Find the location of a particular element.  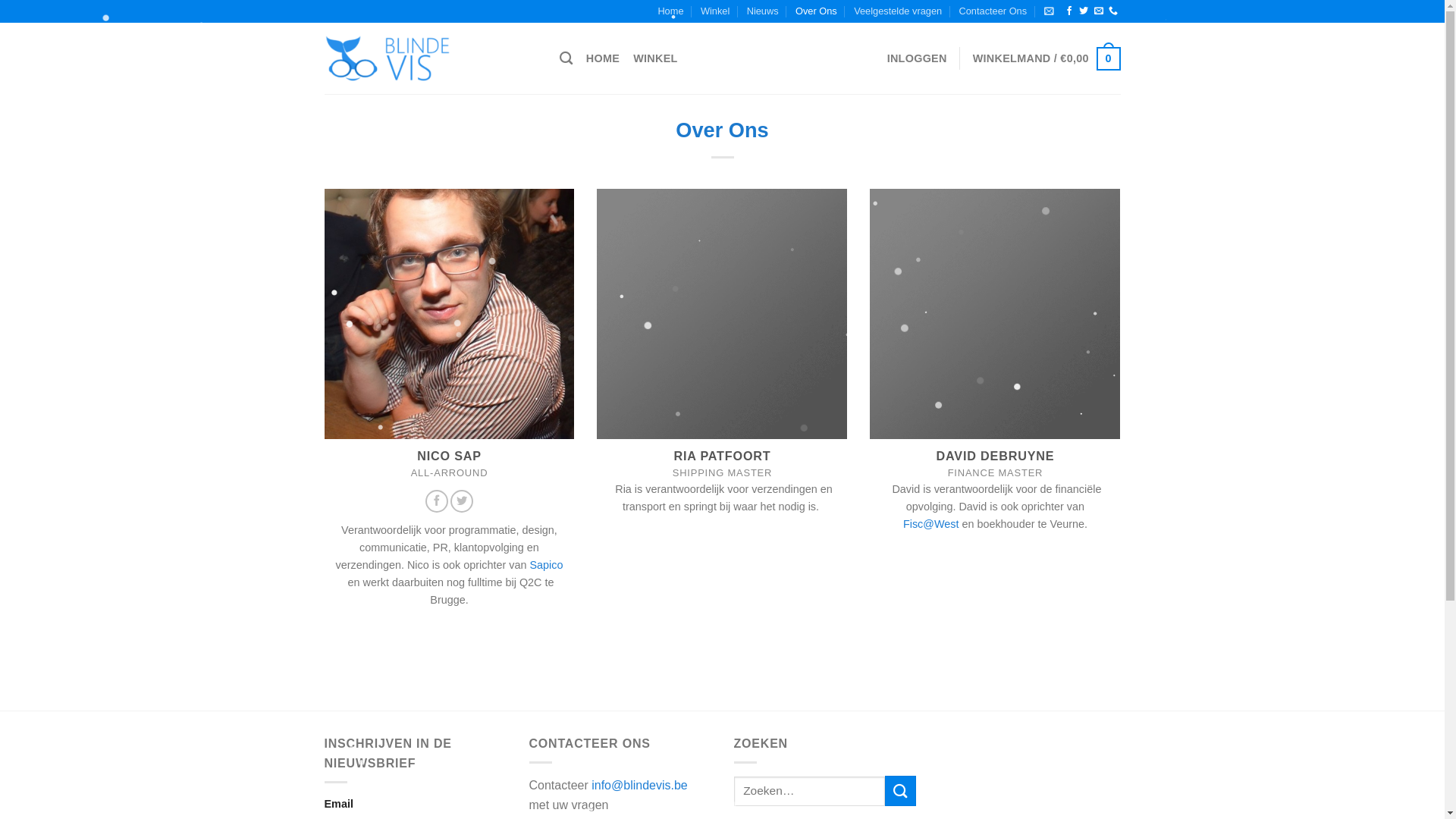

'HOME' is located at coordinates (602, 58).